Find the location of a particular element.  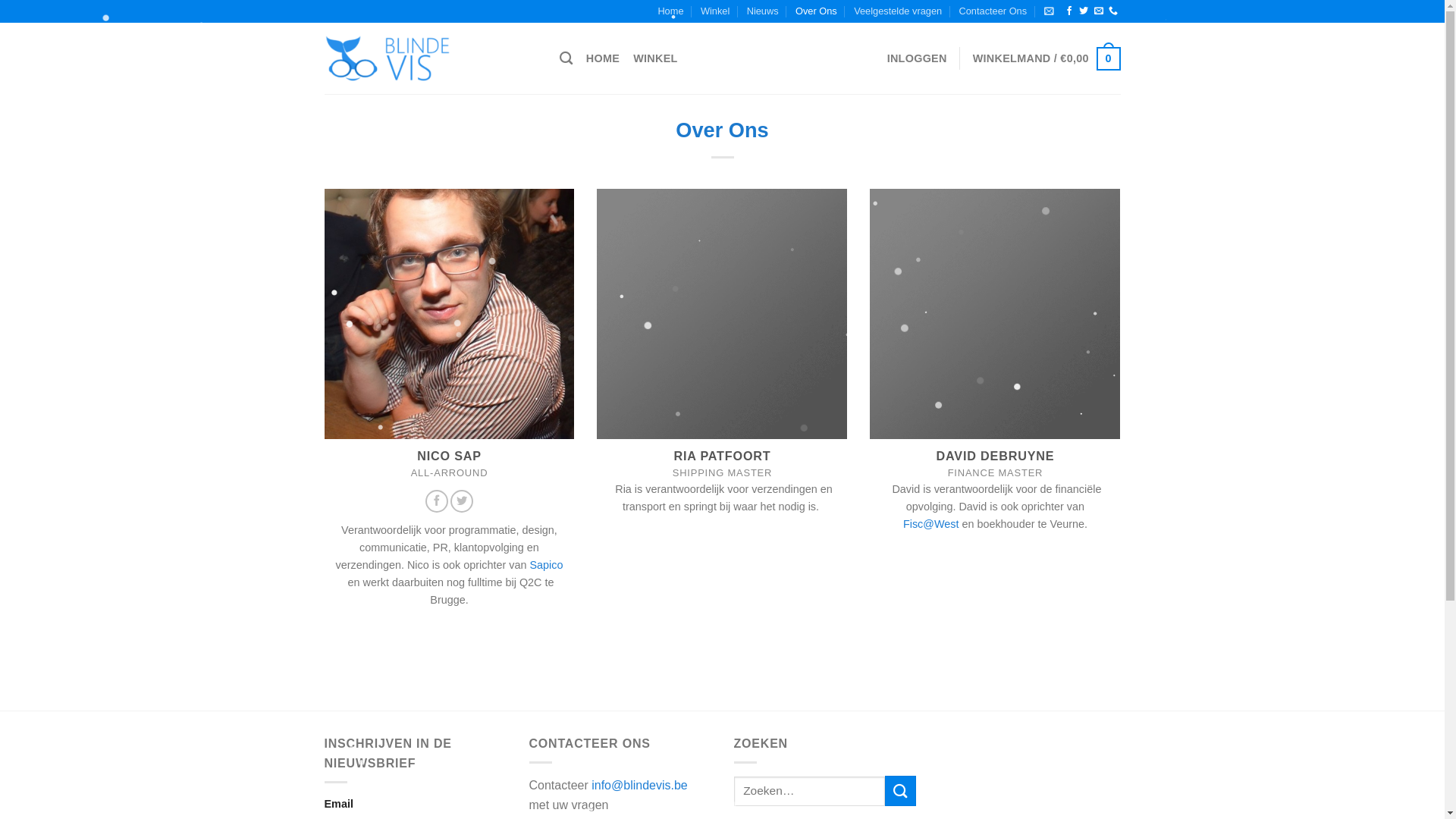

'HOME' is located at coordinates (602, 58).